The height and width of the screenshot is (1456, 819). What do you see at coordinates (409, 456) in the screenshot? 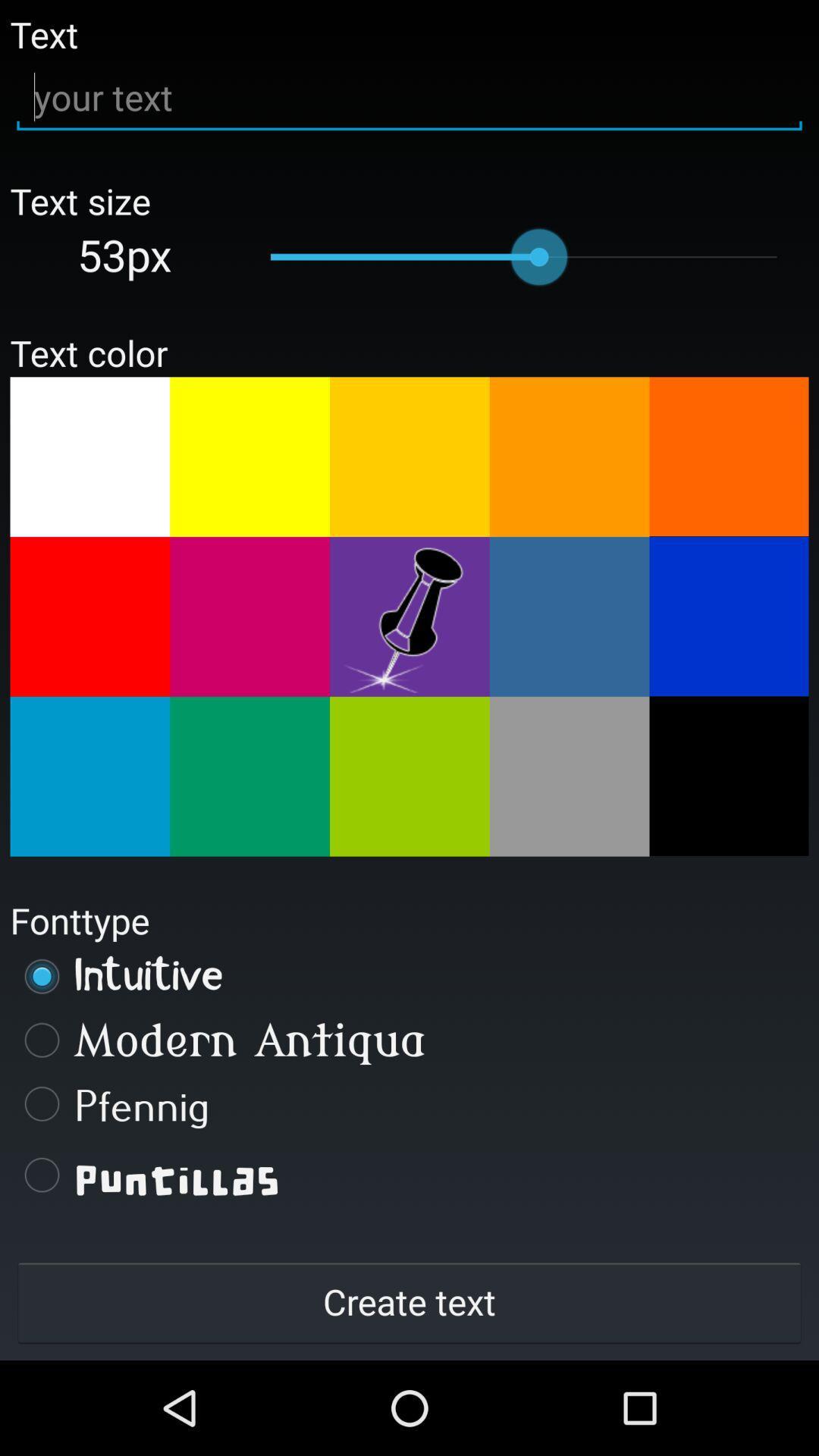
I see `change color` at bounding box center [409, 456].